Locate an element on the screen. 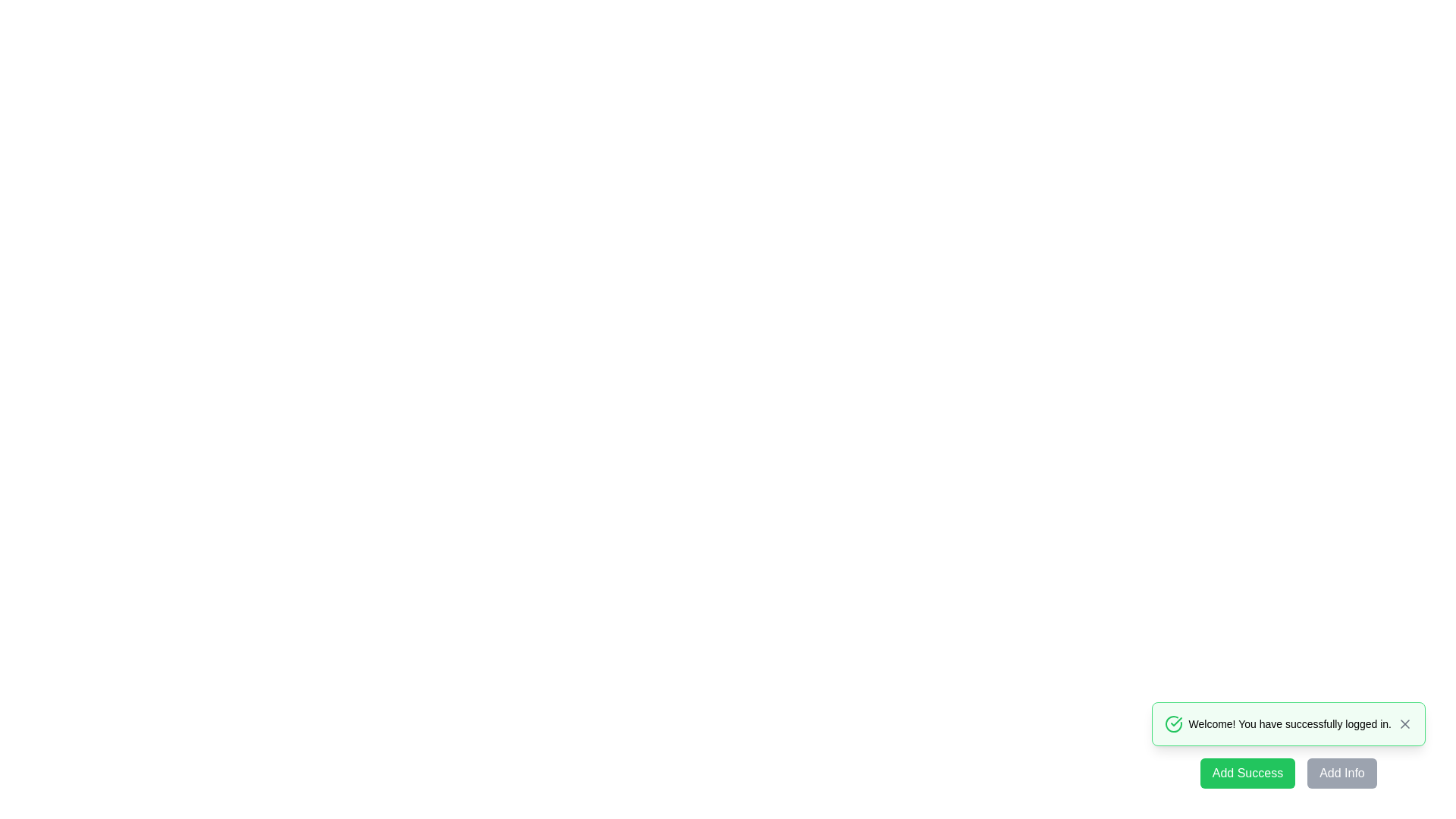 This screenshot has width=1456, height=819. the button located at the bottom-right corner of the interface is located at coordinates (1342, 773).